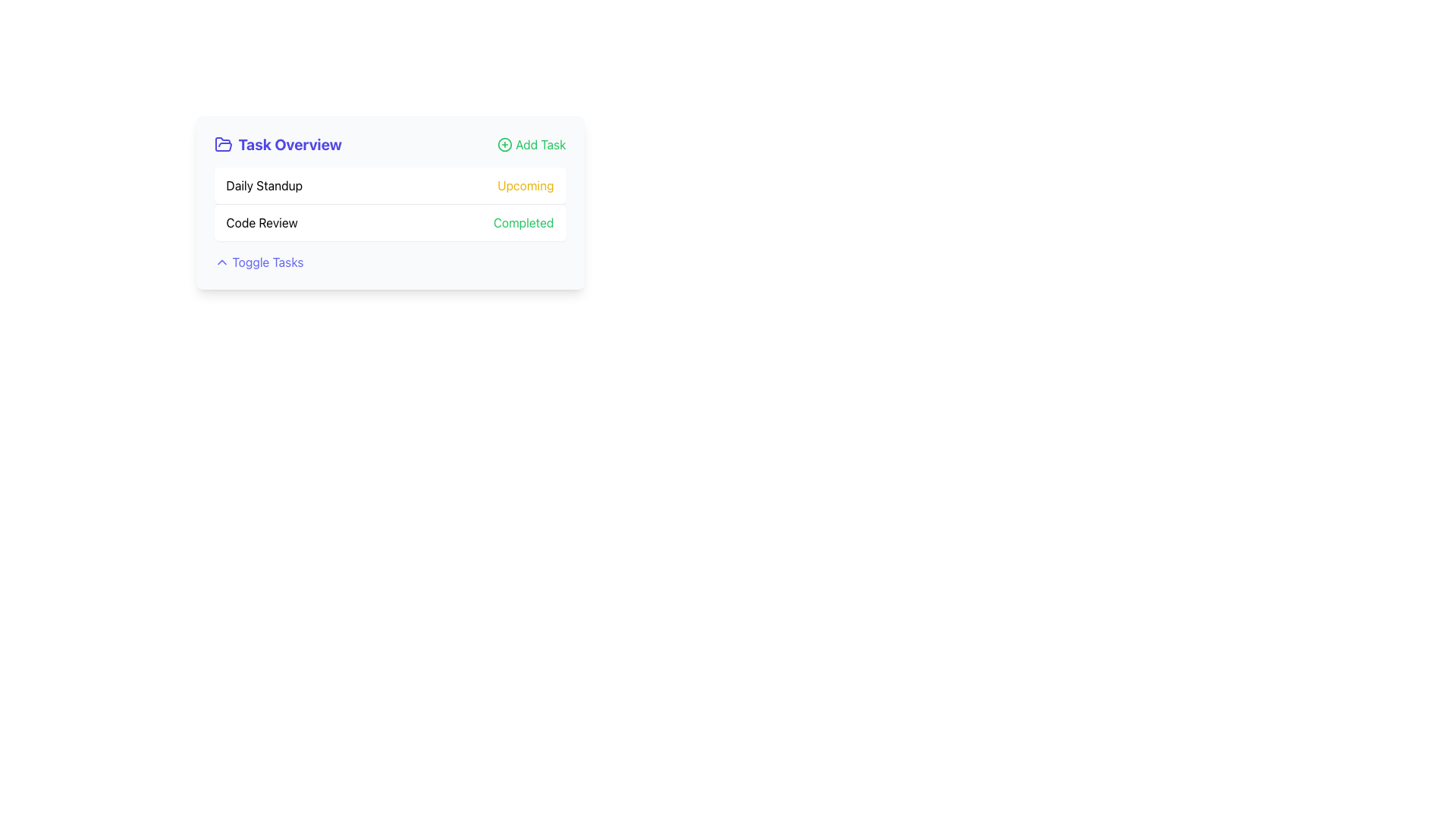 This screenshot has width=1456, height=819. Describe the element at coordinates (390, 222) in the screenshot. I see `the Row item in the task list titled 'Code Review' with the status 'Completed' for accessibility purposes` at that location.